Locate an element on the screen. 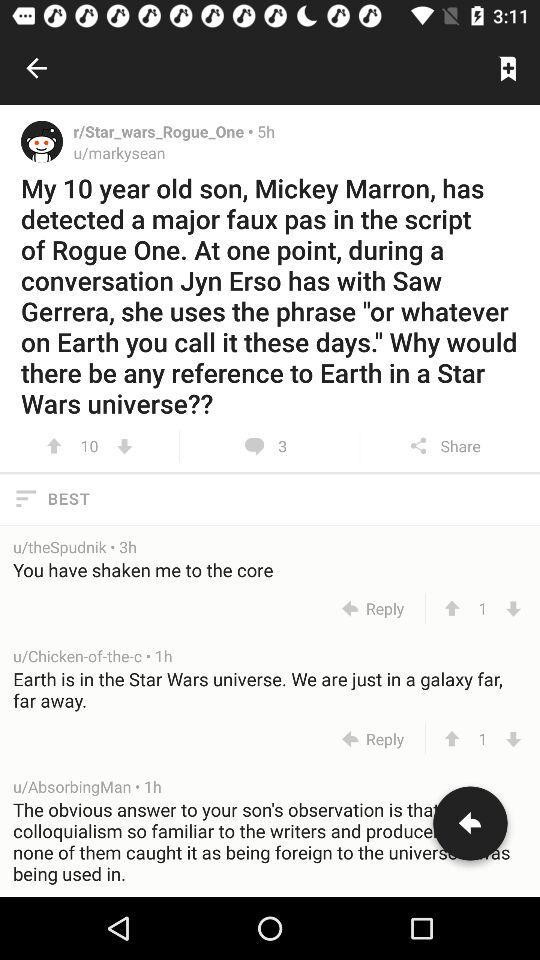  the item at the top right corner is located at coordinates (508, 68).